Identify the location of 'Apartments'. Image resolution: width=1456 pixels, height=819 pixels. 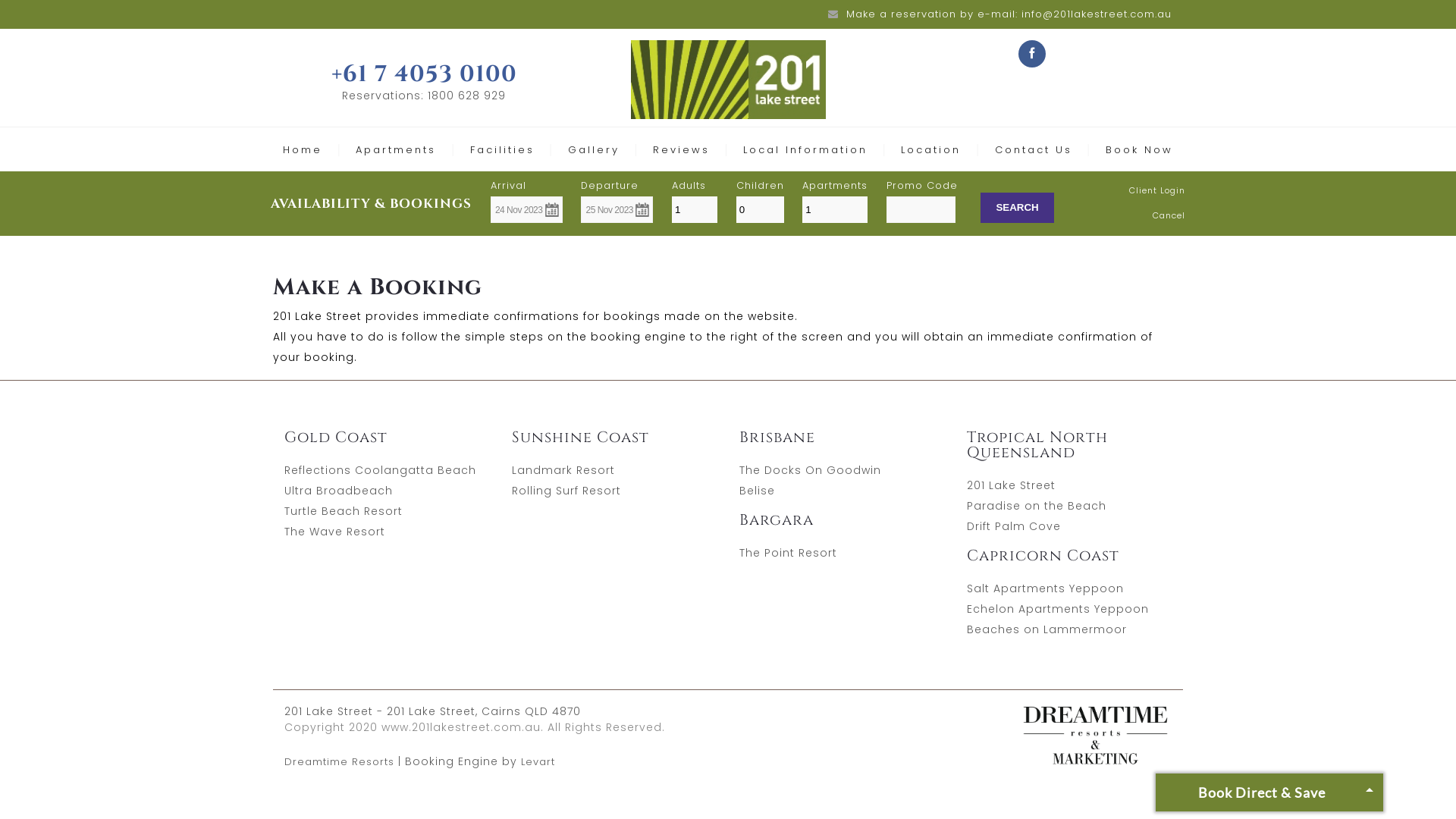
(396, 149).